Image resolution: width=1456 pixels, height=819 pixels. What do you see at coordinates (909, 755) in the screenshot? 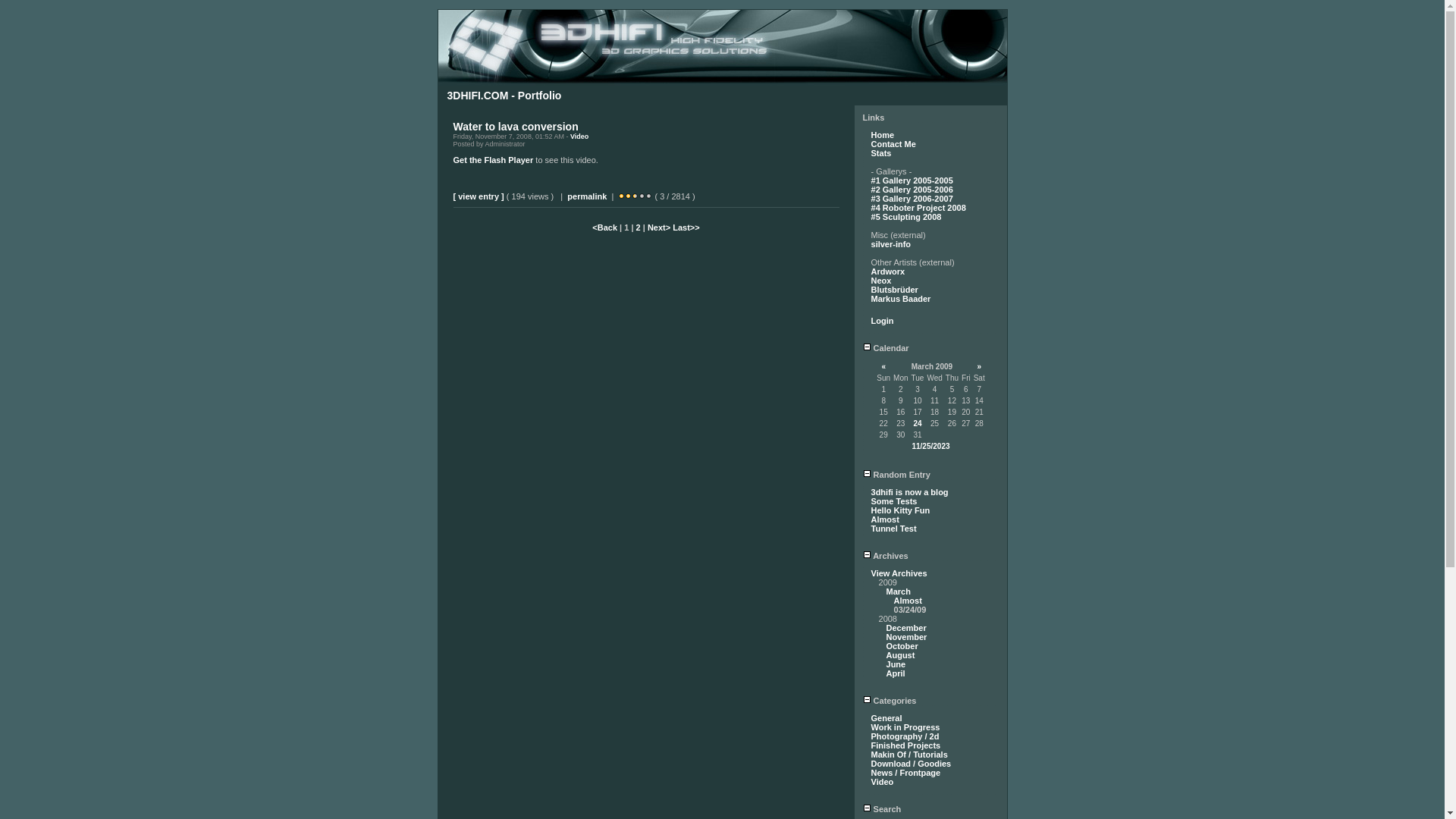
I see `'Makin Of / Tutorials'` at bounding box center [909, 755].